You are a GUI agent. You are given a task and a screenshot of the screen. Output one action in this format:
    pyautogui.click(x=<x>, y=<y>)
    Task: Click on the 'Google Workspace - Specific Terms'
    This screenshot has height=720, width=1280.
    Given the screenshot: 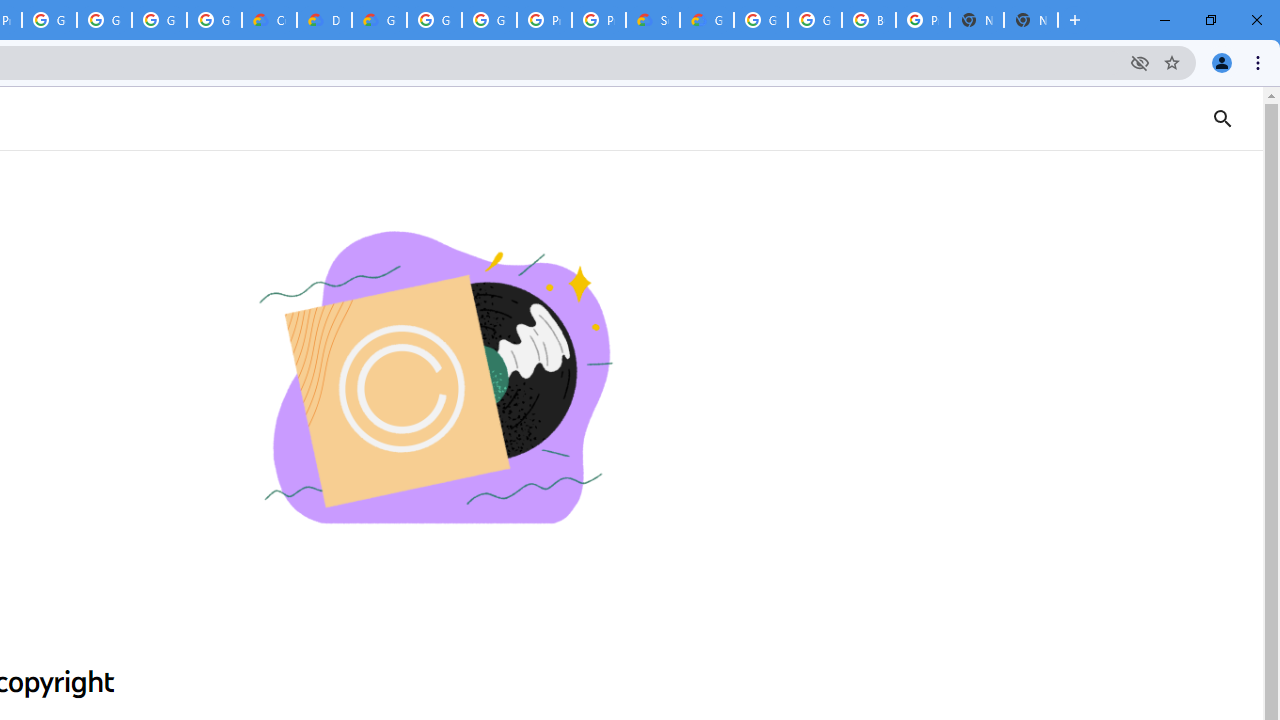 What is the action you would take?
    pyautogui.click(x=158, y=20)
    